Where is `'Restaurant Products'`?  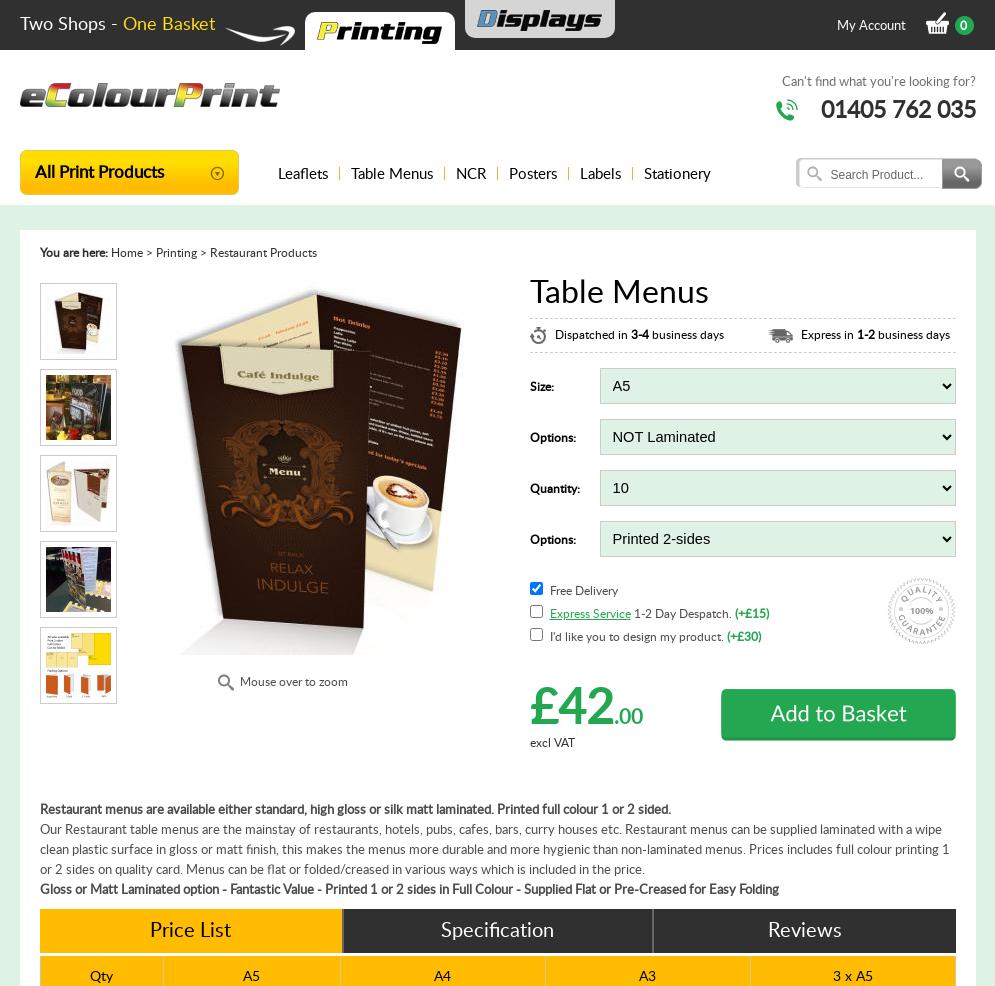
'Restaurant Products' is located at coordinates (262, 252).